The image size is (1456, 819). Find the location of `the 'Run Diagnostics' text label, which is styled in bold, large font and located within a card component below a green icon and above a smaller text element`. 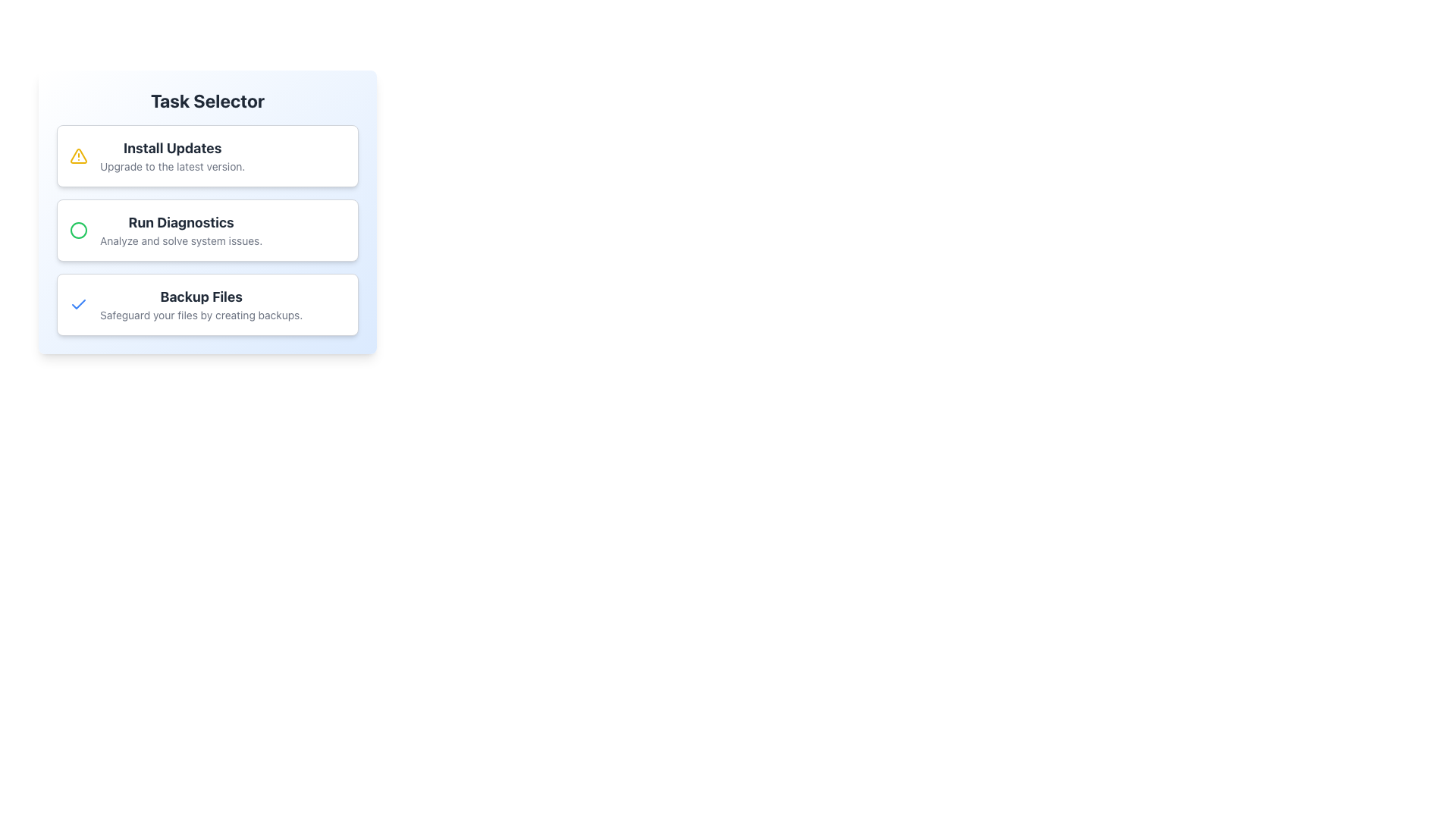

the 'Run Diagnostics' text label, which is styled in bold, large font and located within a card component below a green icon and above a smaller text element is located at coordinates (181, 222).